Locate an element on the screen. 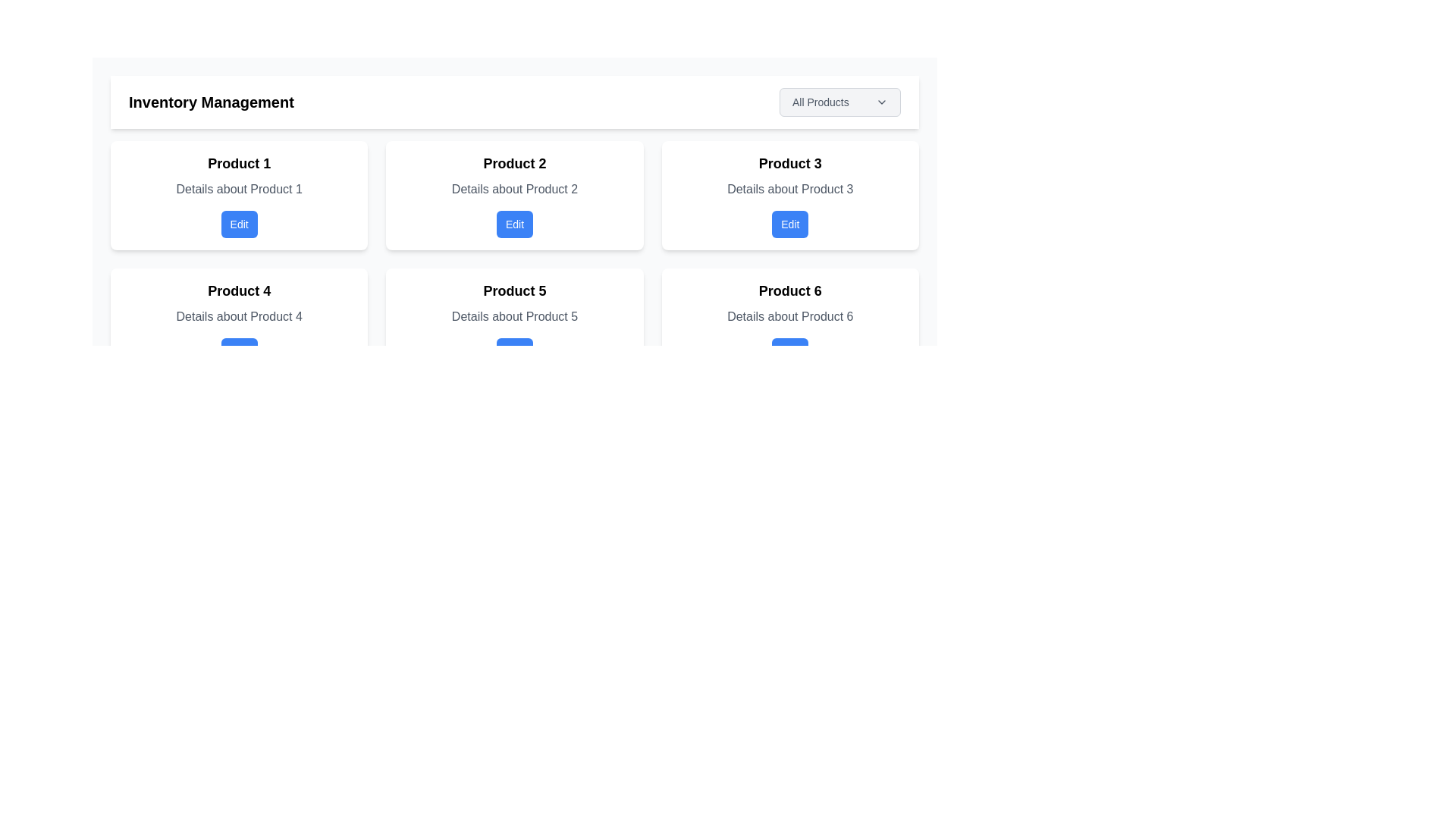 Image resolution: width=1456 pixels, height=819 pixels. the edit button for 'Product 6' is located at coordinates (789, 351).